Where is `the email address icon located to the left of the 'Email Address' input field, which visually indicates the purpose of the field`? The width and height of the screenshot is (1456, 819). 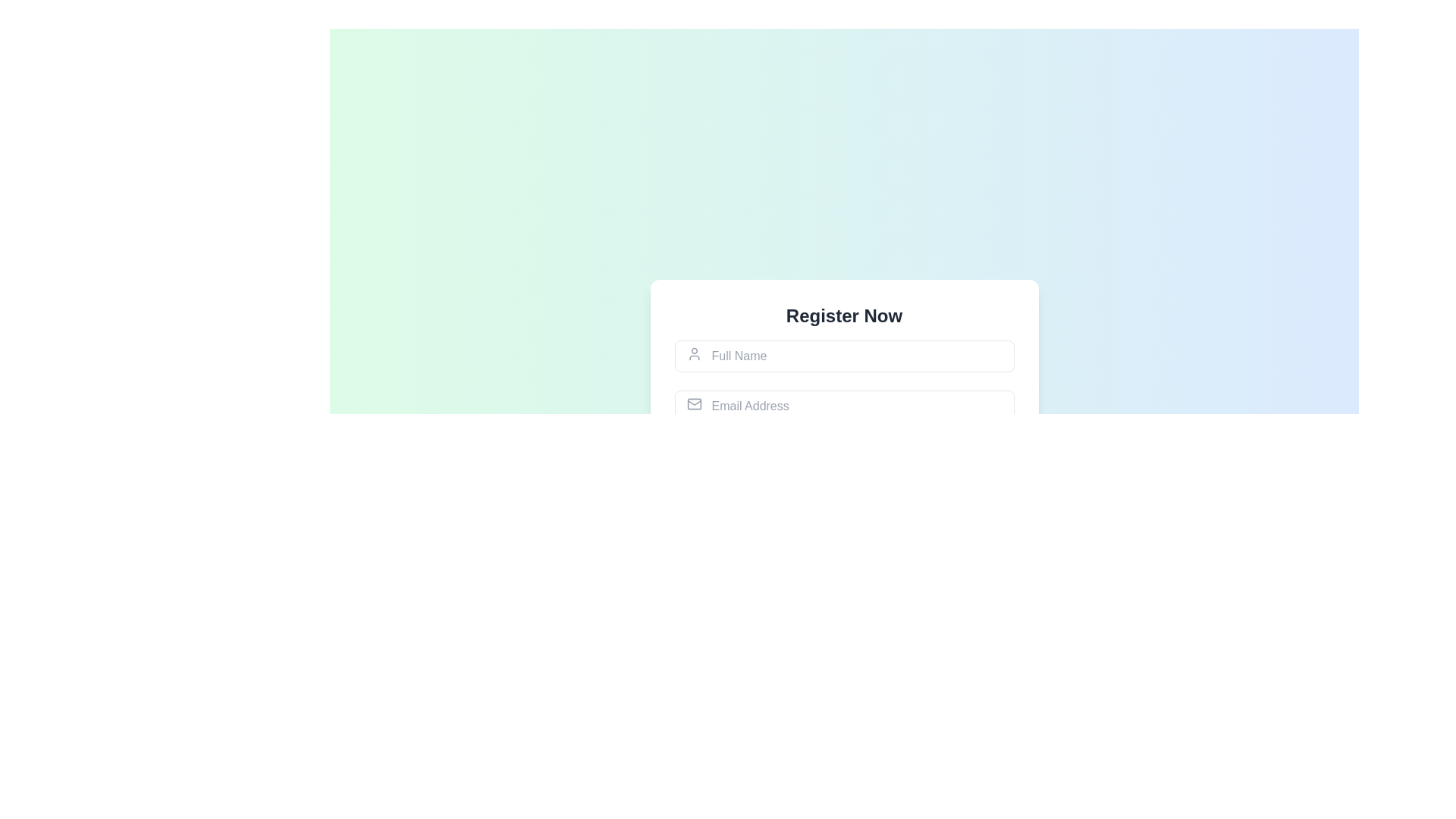
the email address icon located to the left of the 'Email Address' input field, which visually indicates the purpose of the field is located at coordinates (693, 403).